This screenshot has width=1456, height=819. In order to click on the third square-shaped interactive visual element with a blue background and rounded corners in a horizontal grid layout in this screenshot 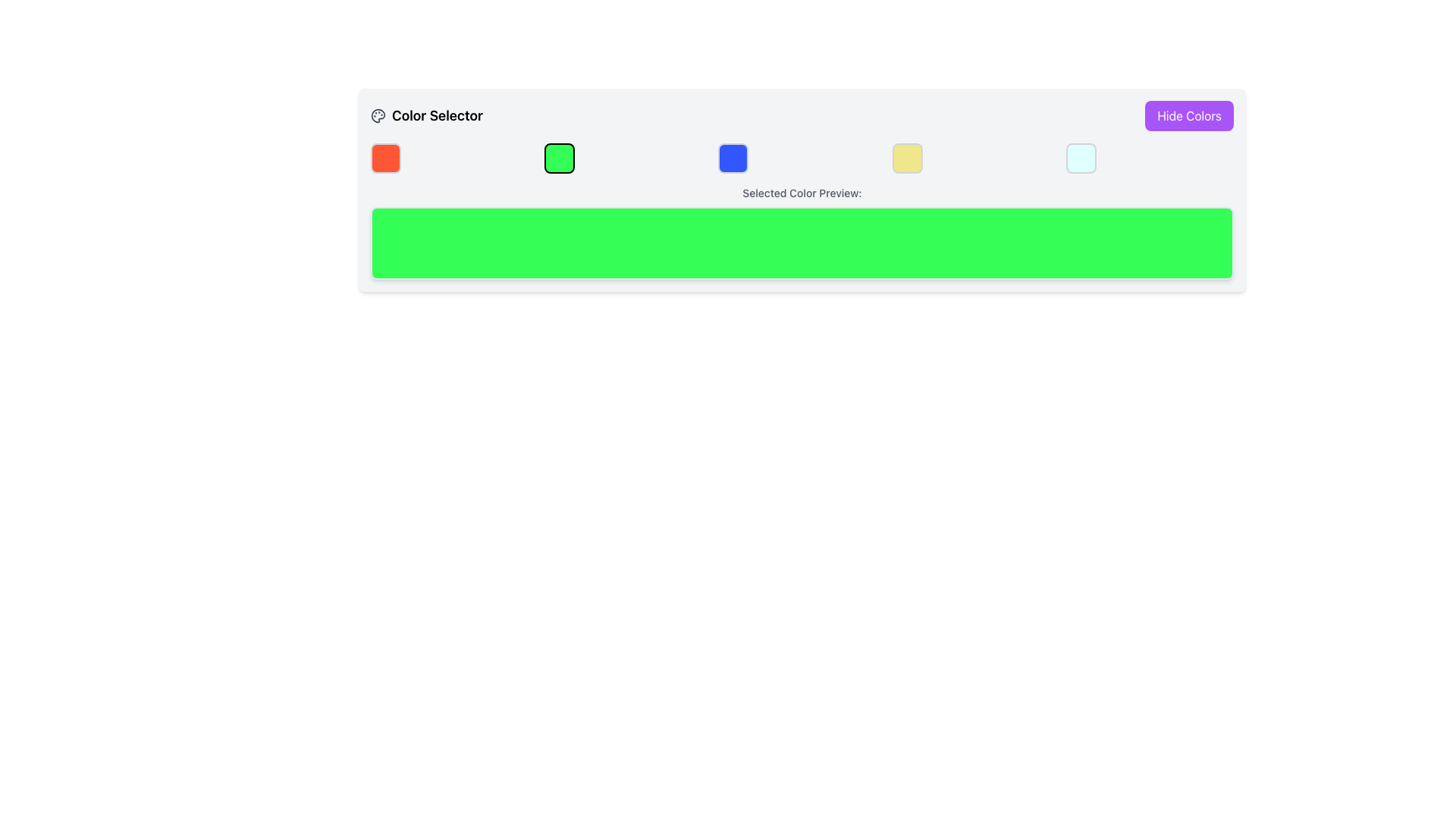, I will do `click(733, 158)`.